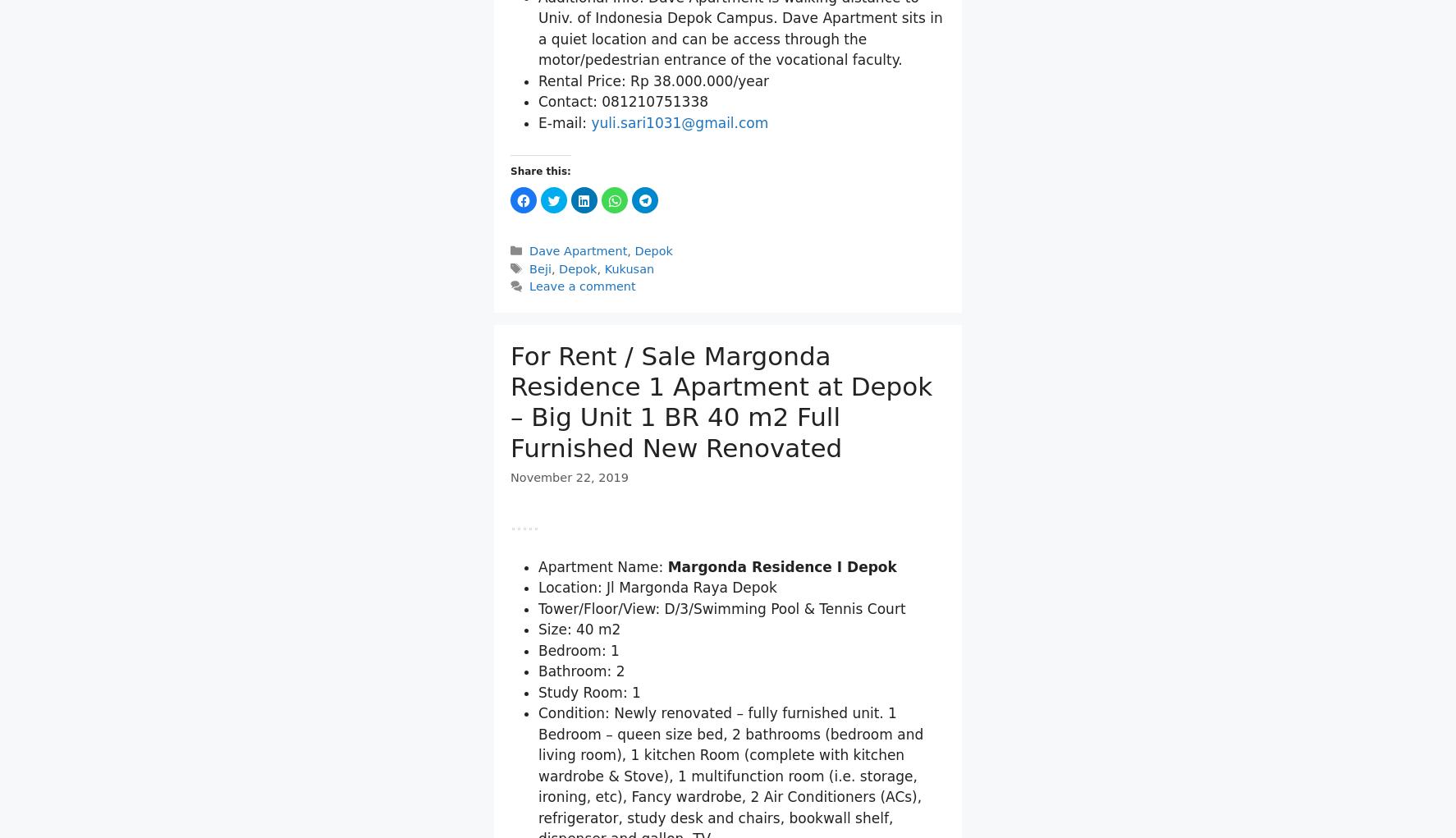  Describe the element at coordinates (628, 460) in the screenshot. I see `'Kukusan'` at that location.